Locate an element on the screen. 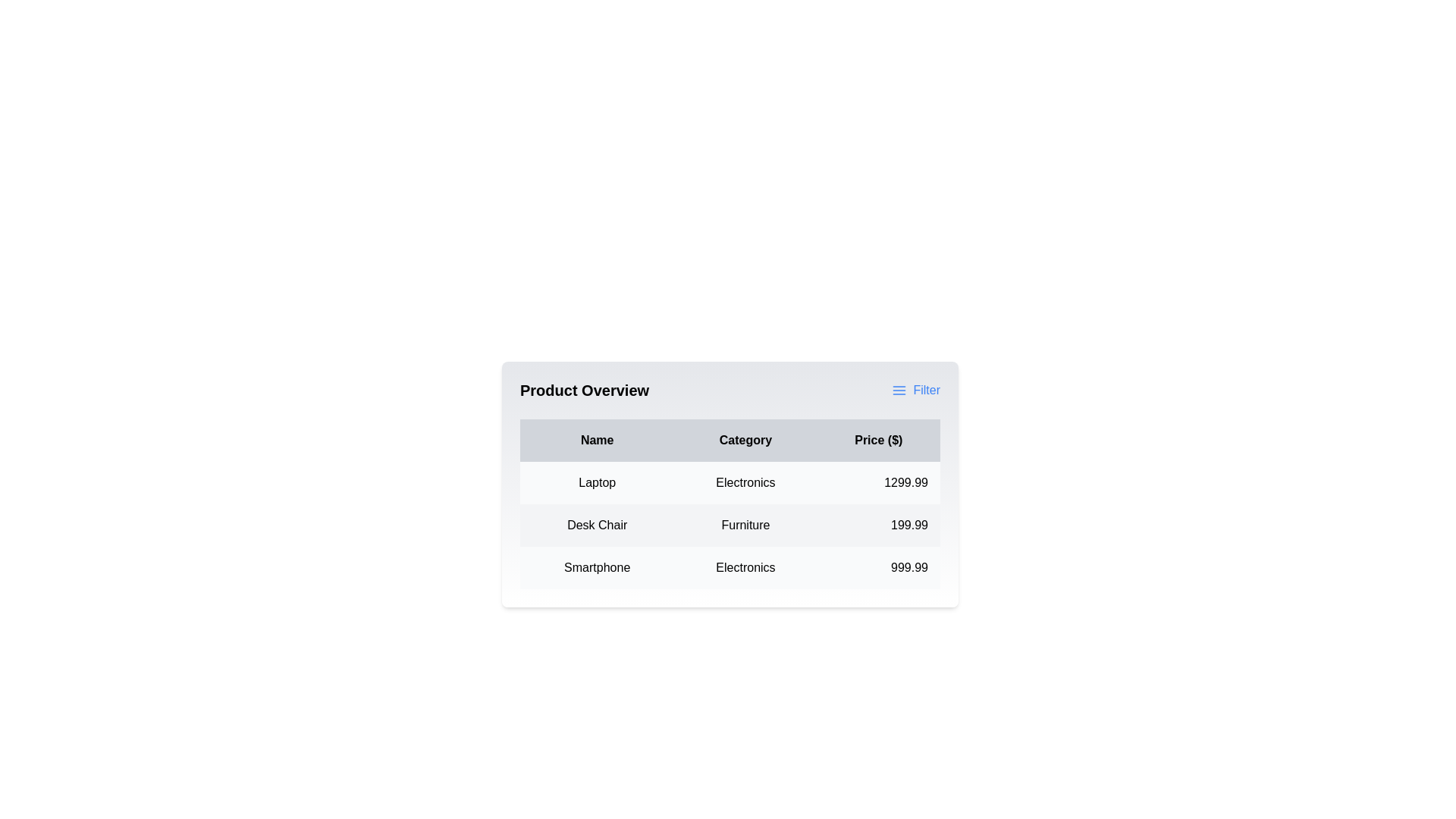 This screenshot has width=1456, height=819. the third row of the 'Product Overview' table is located at coordinates (730, 567).